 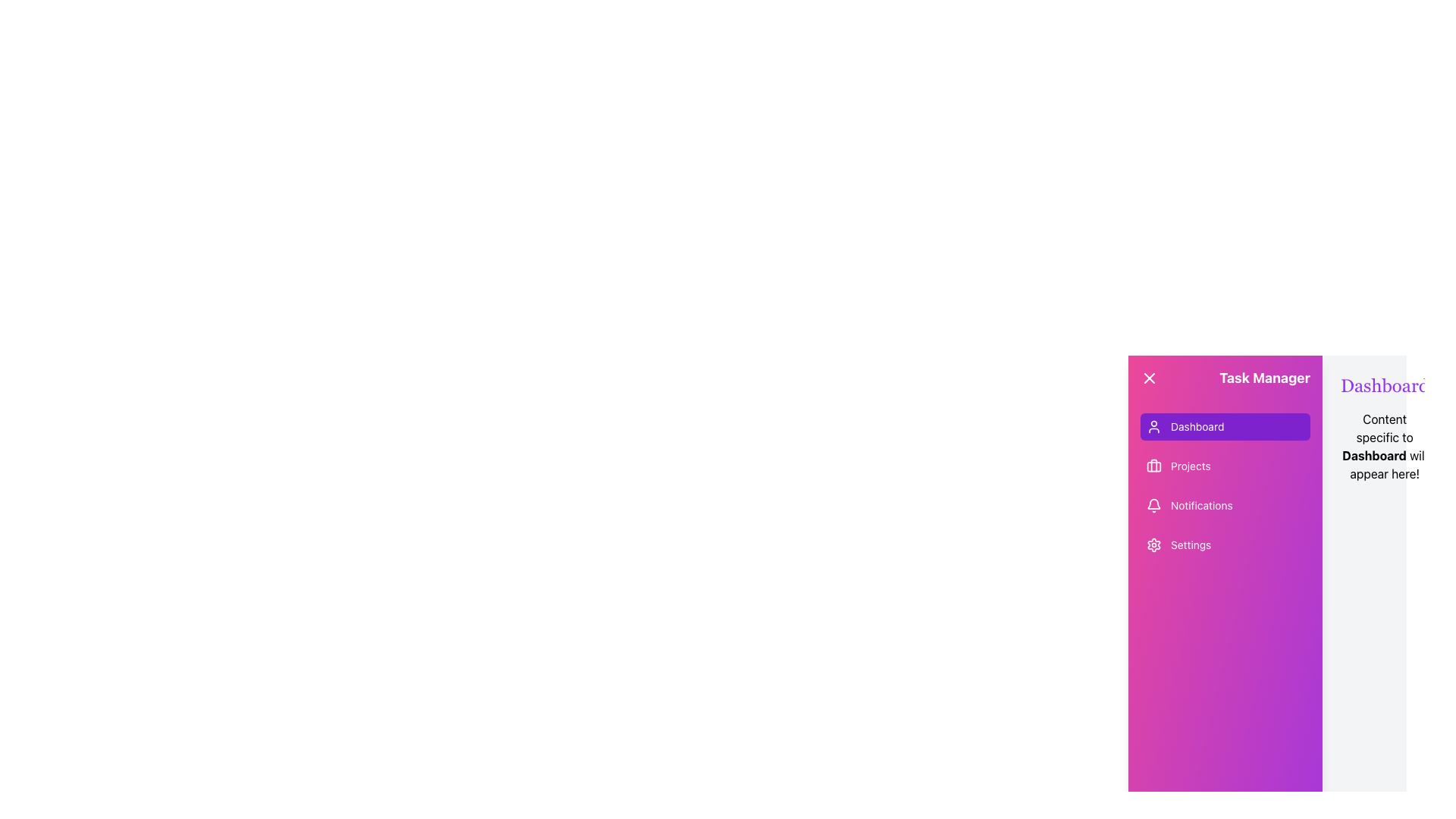 What do you see at coordinates (1190, 465) in the screenshot?
I see `the 'Projects' text label in the left navigation pane, which is styled with a purple background and white font, located below 'Task Manager' and 'Dashboard'` at bounding box center [1190, 465].